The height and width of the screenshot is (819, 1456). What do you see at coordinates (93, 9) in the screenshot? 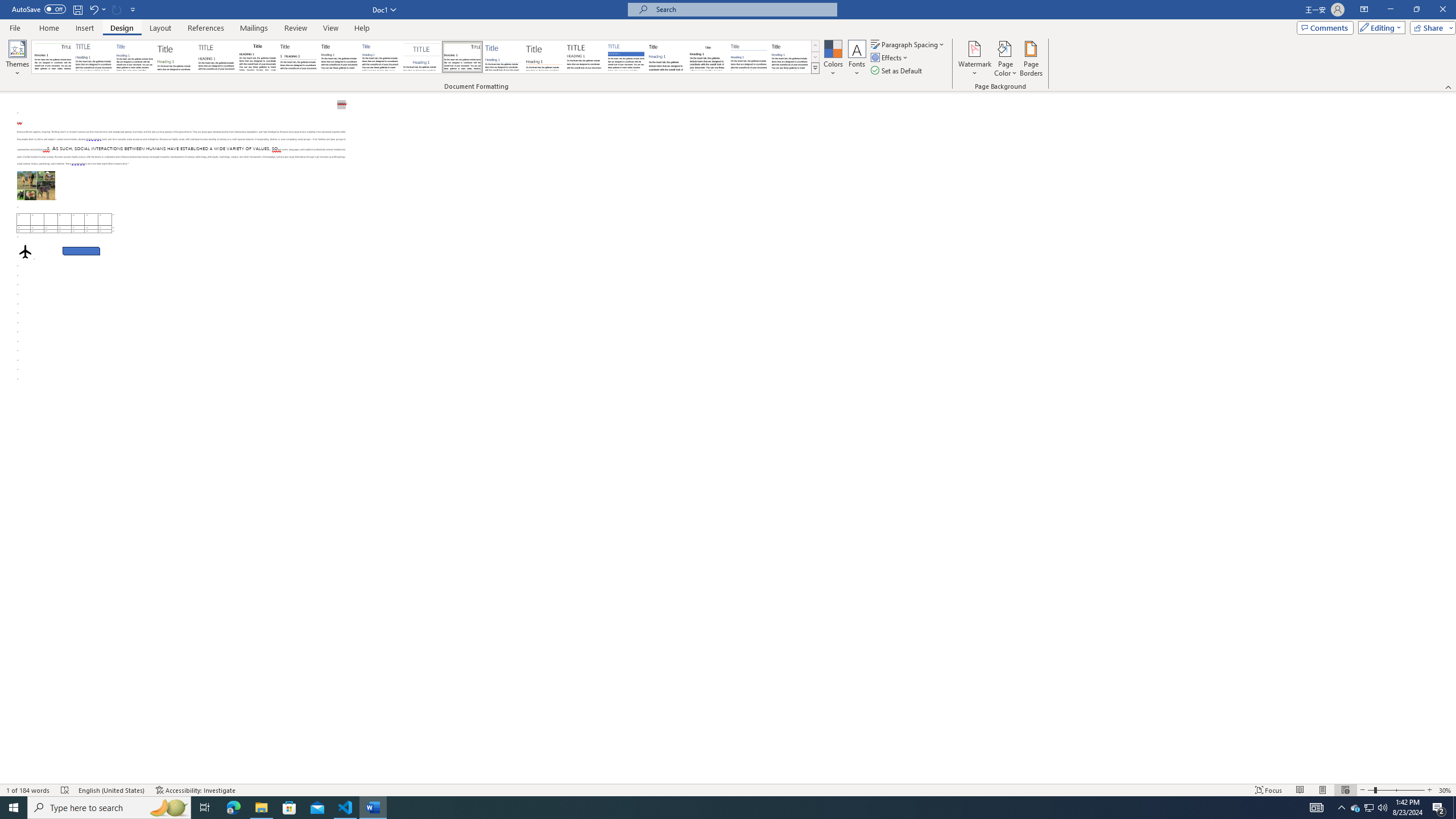
I see `'Undo Apply Quick Style Set'` at bounding box center [93, 9].